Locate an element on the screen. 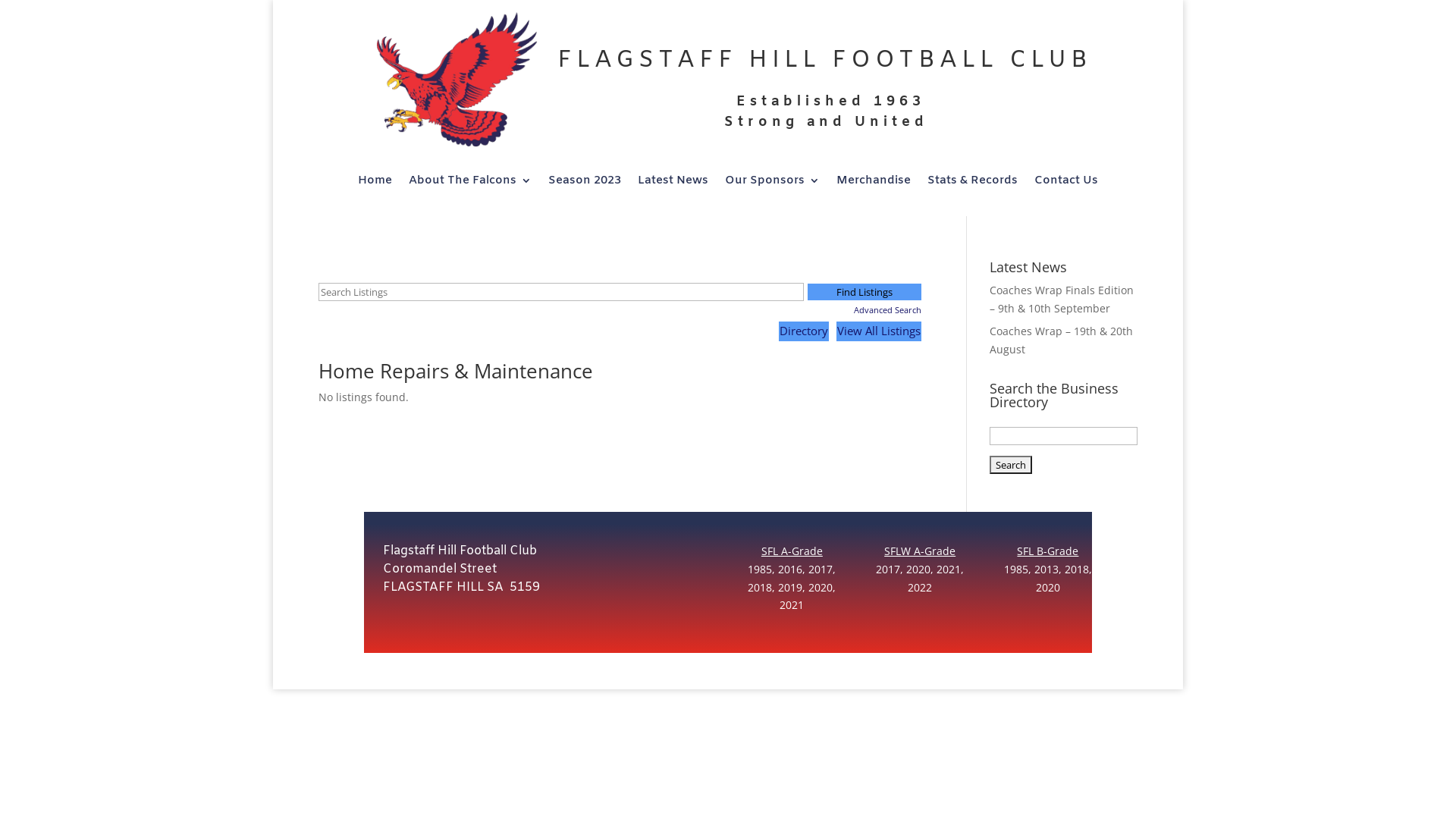 This screenshot has width=1456, height=819. 'Directory' is located at coordinates (803, 330).